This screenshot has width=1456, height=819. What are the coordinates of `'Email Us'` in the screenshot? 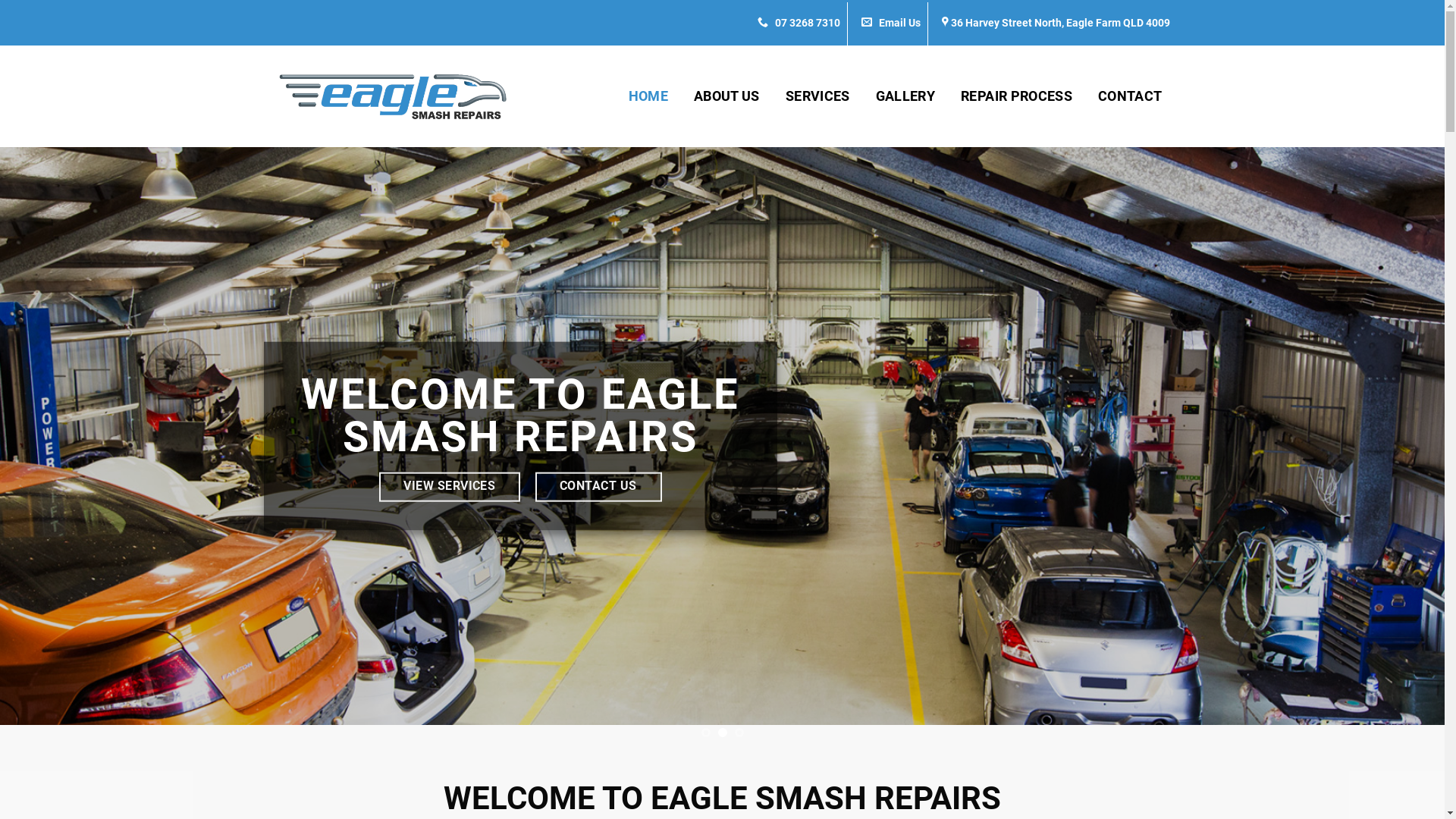 It's located at (891, 23).